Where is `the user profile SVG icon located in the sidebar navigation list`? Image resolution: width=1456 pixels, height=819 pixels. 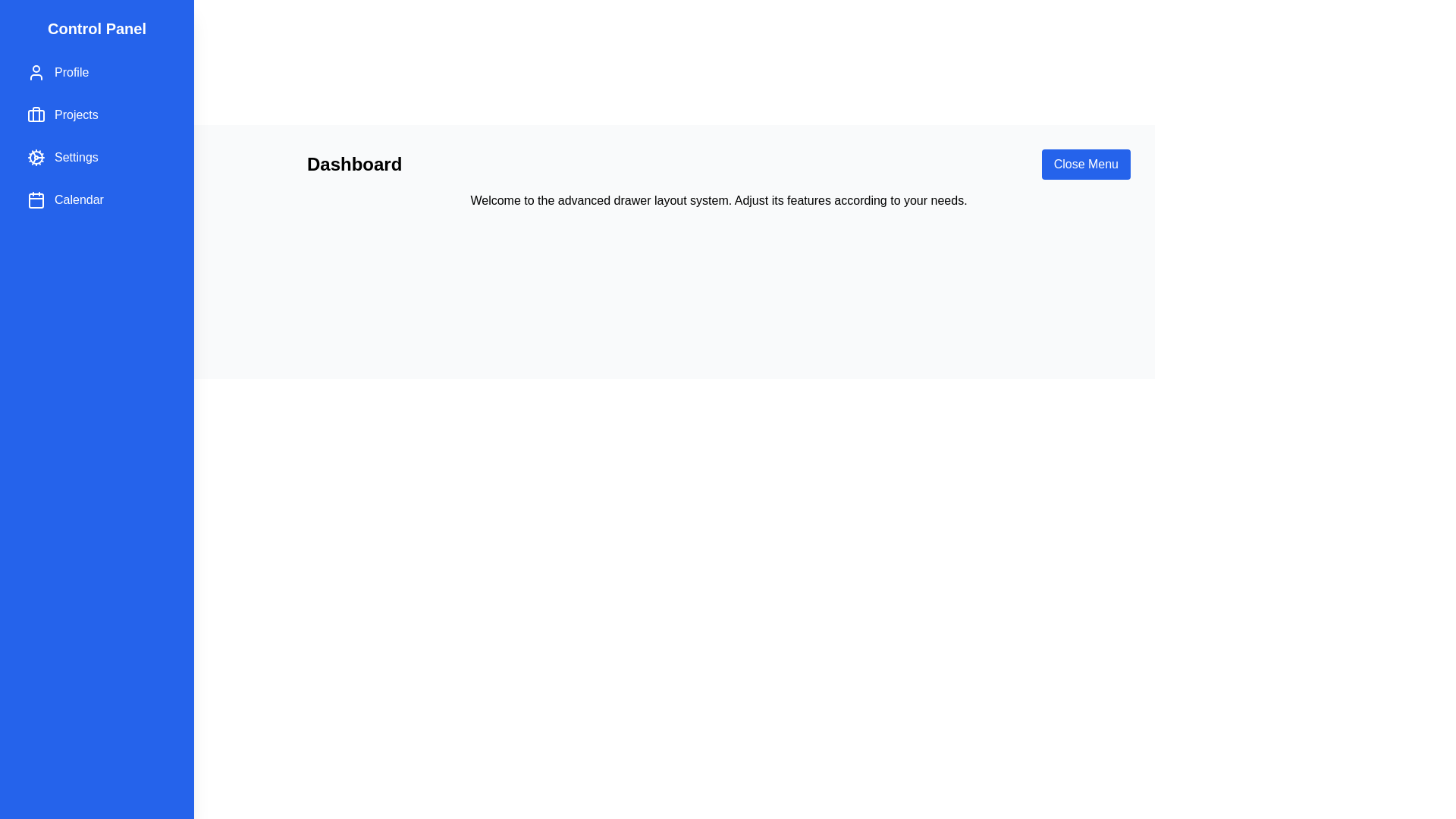
the user profile SVG icon located in the sidebar navigation list is located at coordinates (36, 73).